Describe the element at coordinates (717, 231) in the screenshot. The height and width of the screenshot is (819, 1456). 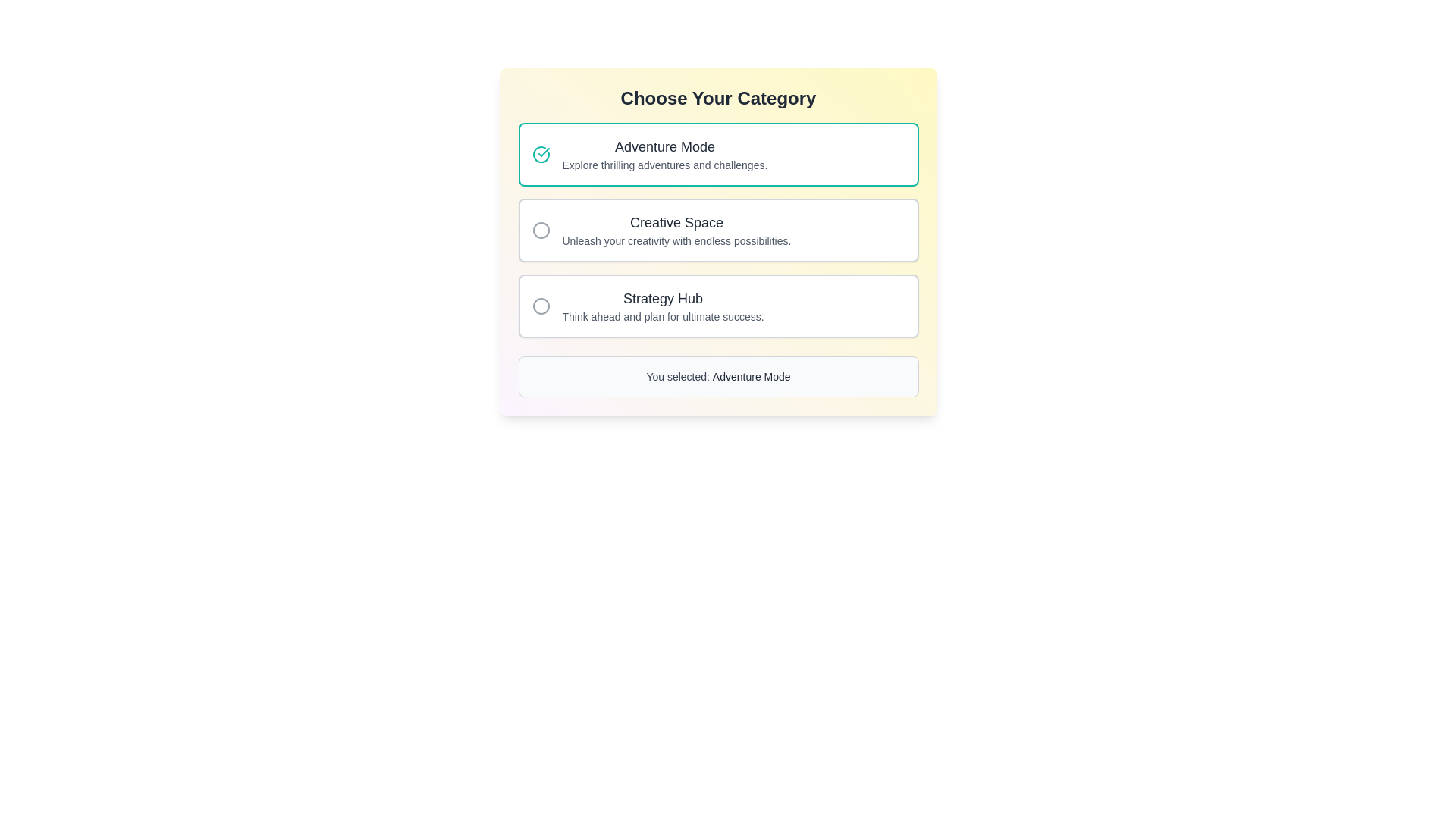
I see `the creative space option represented by the text block and icon, which is the second option in the vertical list under 'Choose Your Category'` at that location.